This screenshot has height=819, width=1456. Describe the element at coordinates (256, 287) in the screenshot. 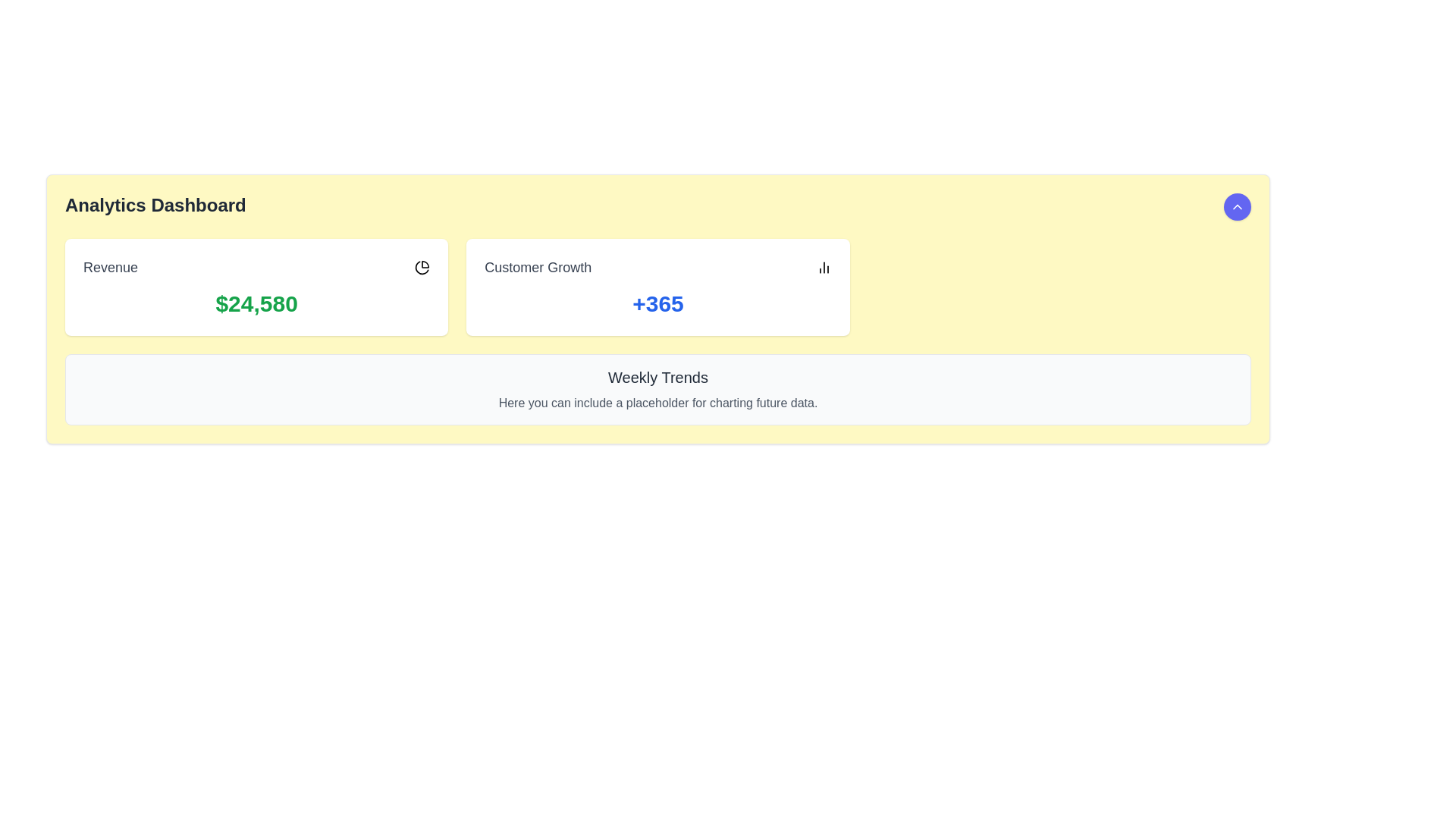

I see `the informational card displaying the revenue statistics of '$24,580', located in the leftmost section of a three-column grid layout` at that location.